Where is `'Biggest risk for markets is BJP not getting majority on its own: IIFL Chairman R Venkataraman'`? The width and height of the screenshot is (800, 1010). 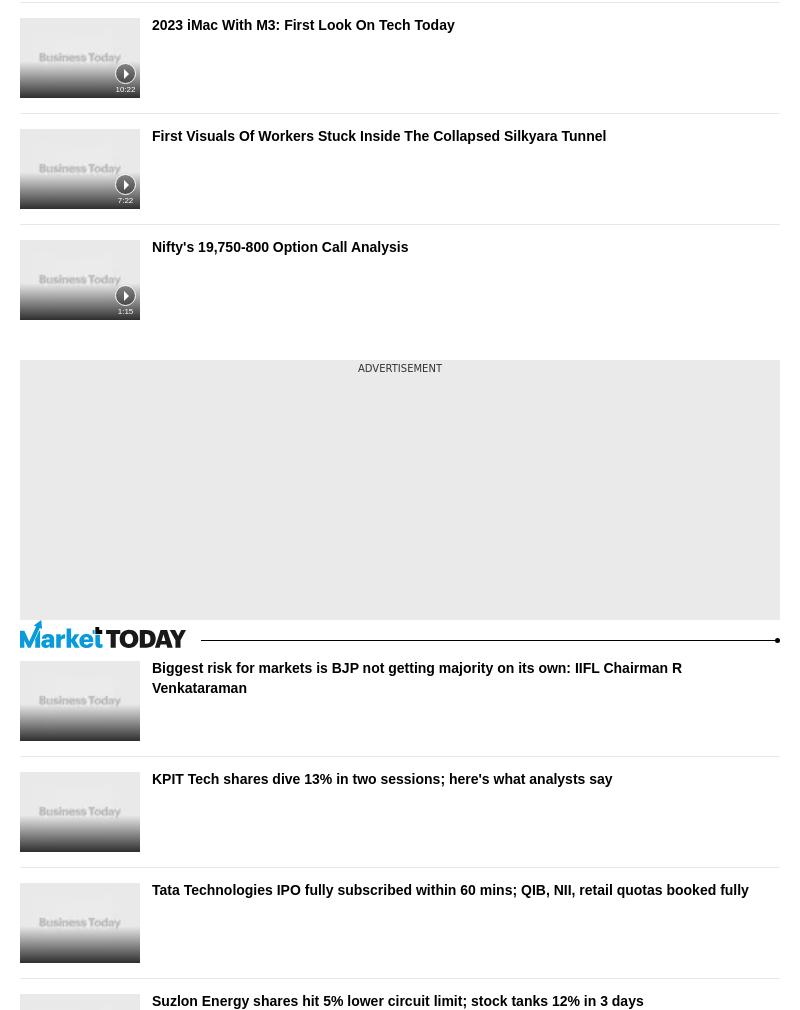
'Biggest risk for markets is BJP not getting majority on its own: IIFL Chairman R Venkataraman' is located at coordinates (416, 677).